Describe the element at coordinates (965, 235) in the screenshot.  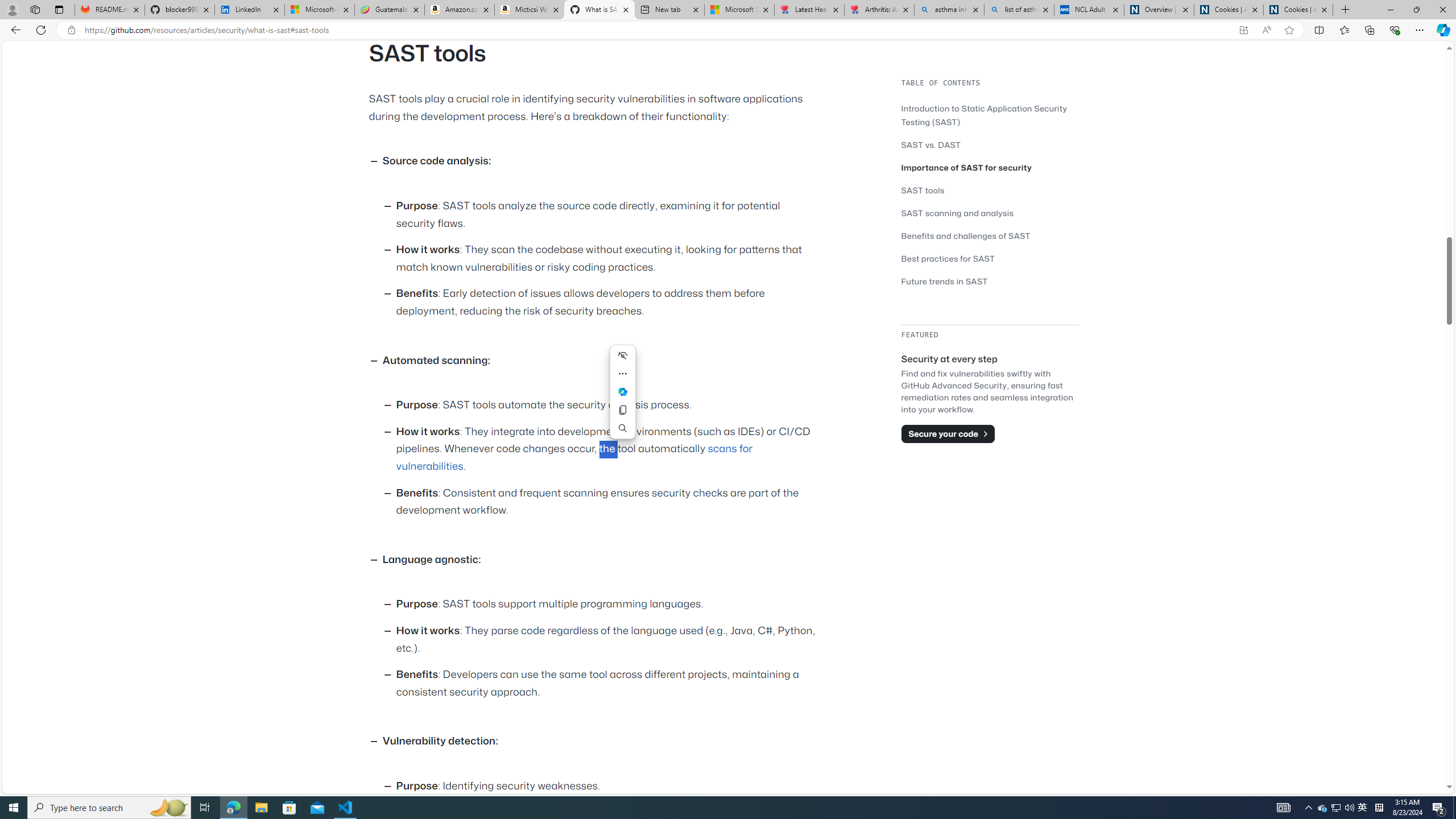
I see `'Benefits and challenges of SAST'` at that location.